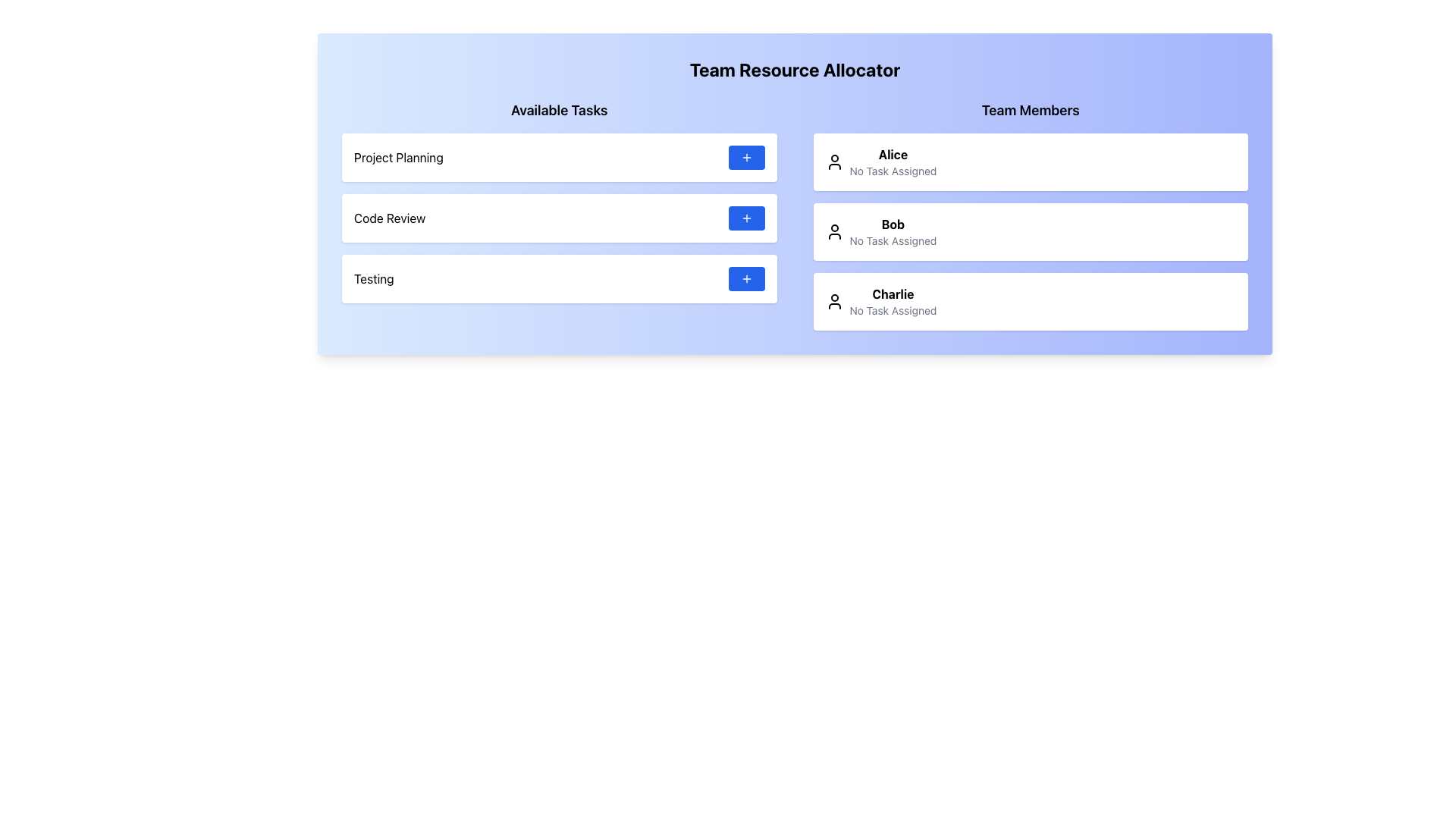 Image resolution: width=1456 pixels, height=819 pixels. What do you see at coordinates (746, 158) in the screenshot?
I see `the plus icon with a blue background and white strokes, located in the first row of the 'Available Tasks' section, aligned to the right within the 'Project Planning' button` at bounding box center [746, 158].